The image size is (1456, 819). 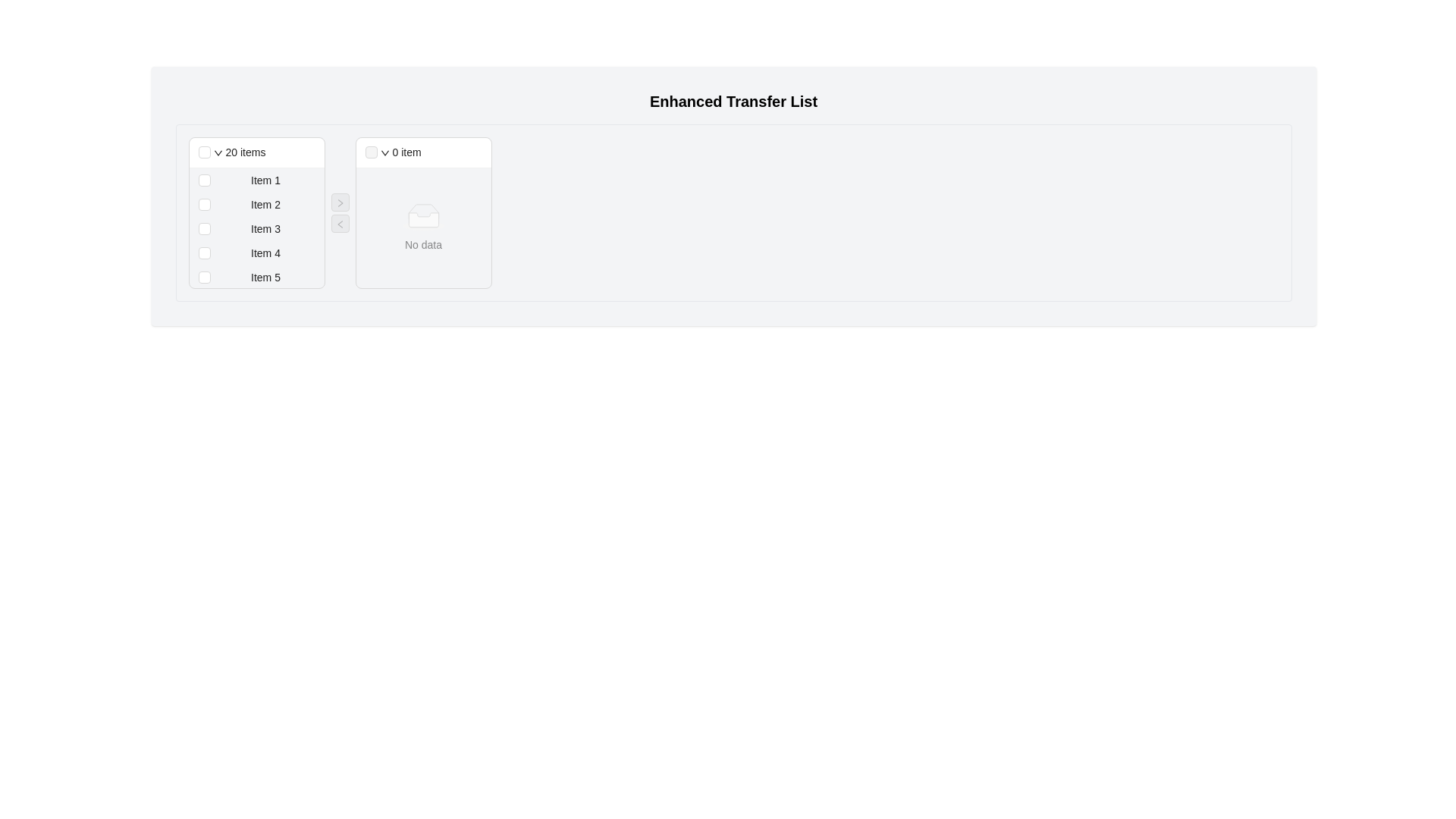 What do you see at coordinates (339, 223) in the screenshot?
I see `the transfer button located centrally between the two list boxes in the operation control section` at bounding box center [339, 223].